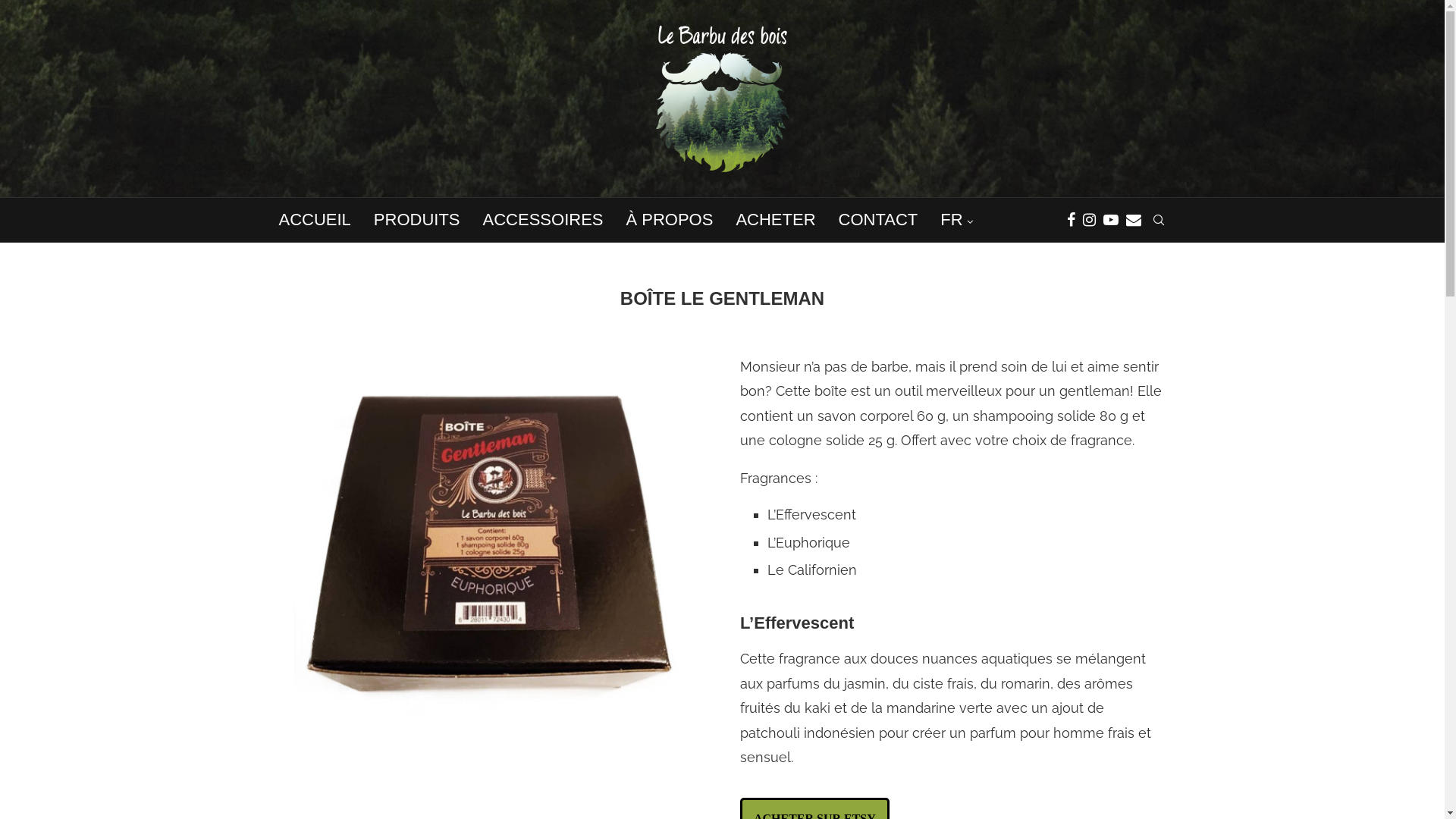  I want to click on 'ACCUEIL', so click(314, 219).